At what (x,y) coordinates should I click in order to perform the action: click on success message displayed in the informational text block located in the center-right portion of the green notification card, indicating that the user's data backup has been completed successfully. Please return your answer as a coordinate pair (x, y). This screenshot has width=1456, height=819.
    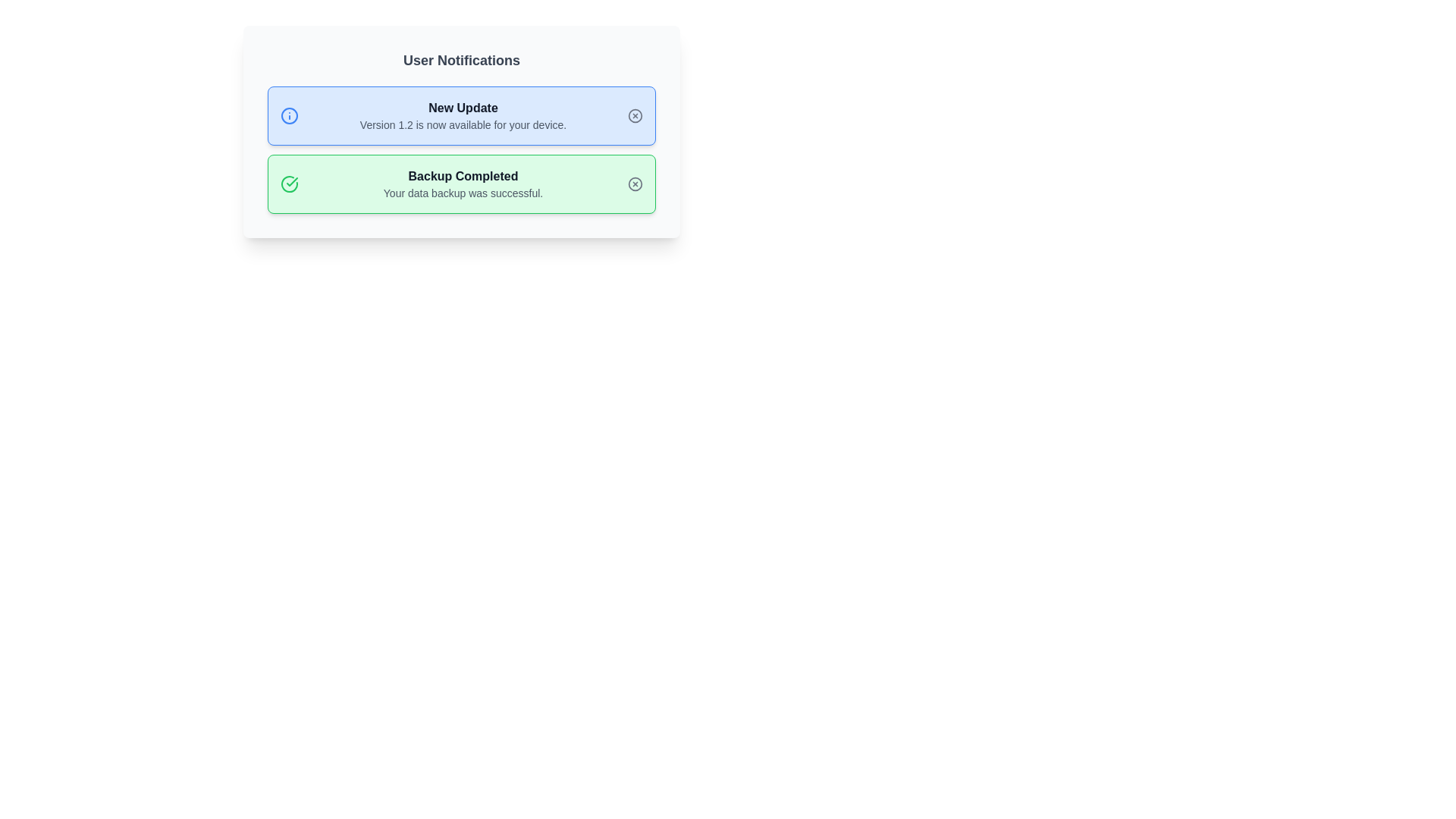
    Looking at the image, I should click on (462, 184).